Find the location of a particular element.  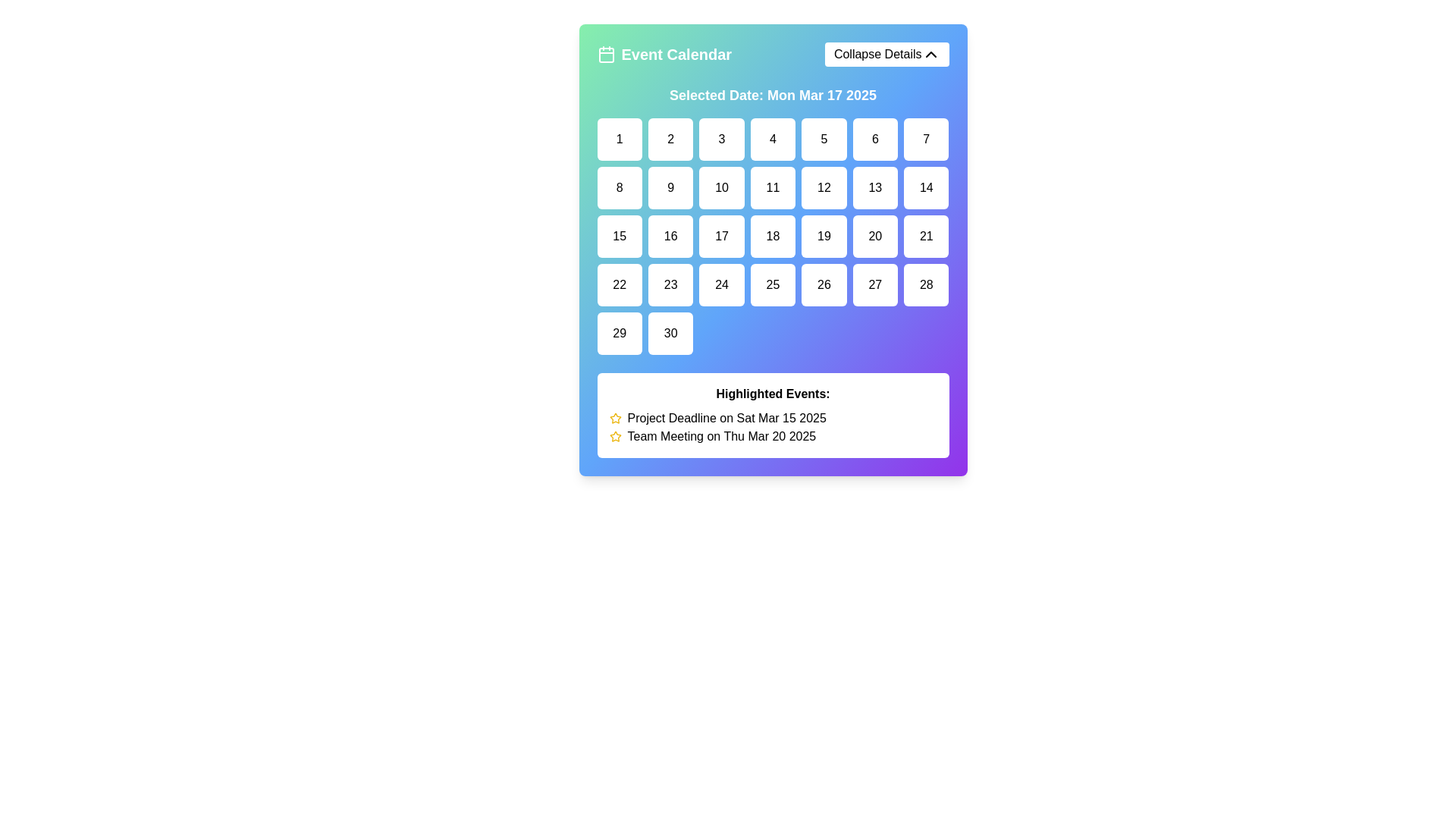

the calendar date button located in the middle cell of the fourth row of a 7-column grid is located at coordinates (670, 284).